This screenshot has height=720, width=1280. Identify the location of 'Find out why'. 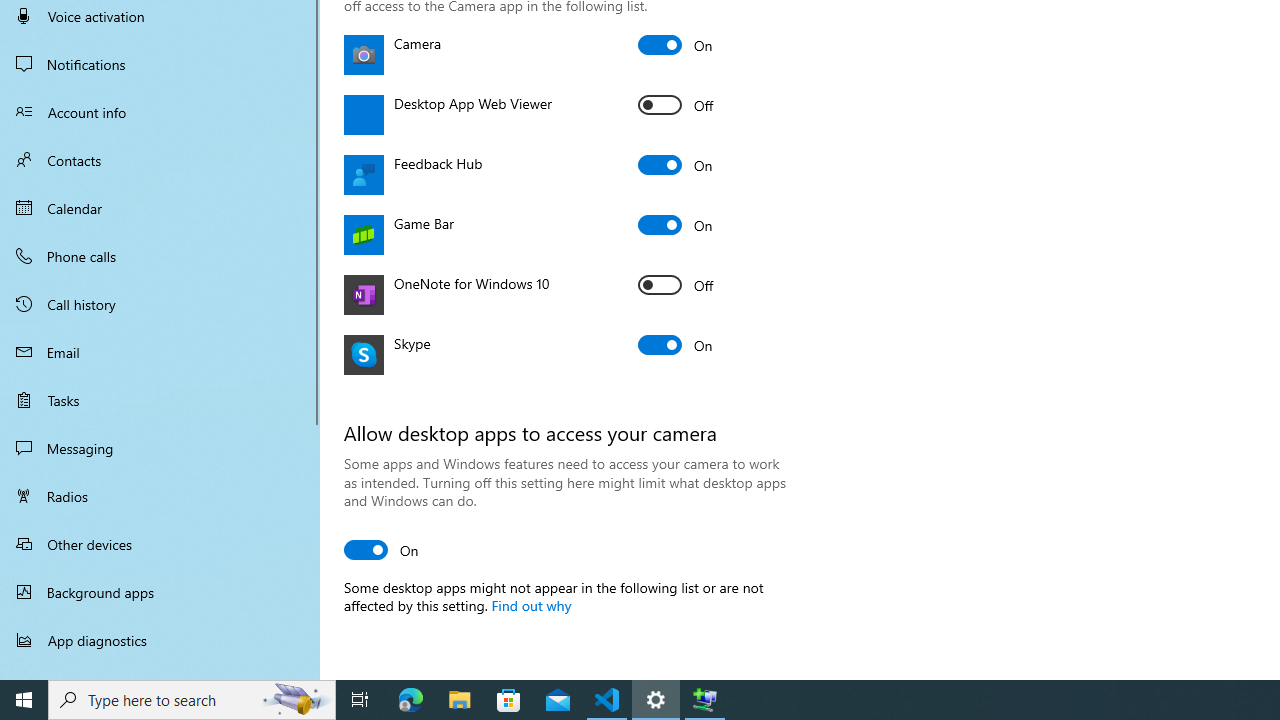
(530, 604).